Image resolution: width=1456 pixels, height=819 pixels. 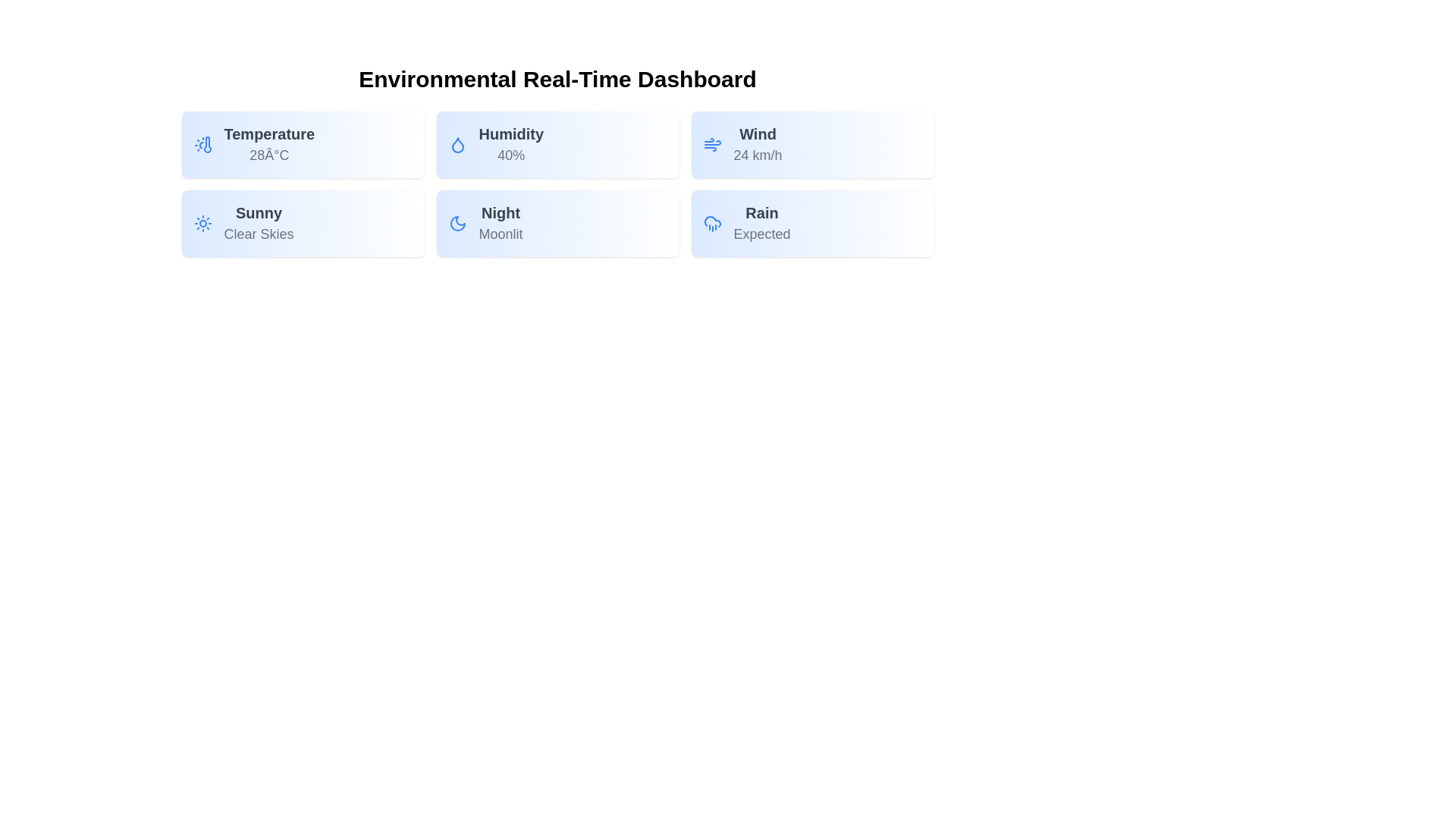 What do you see at coordinates (206, 145) in the screenshot?
I see `the thermometer icon located on the leftmost side of the top row of the dashboard, adjacent to the 'Temperature' text displaying '28°C'` at bounding box center [206, 145].